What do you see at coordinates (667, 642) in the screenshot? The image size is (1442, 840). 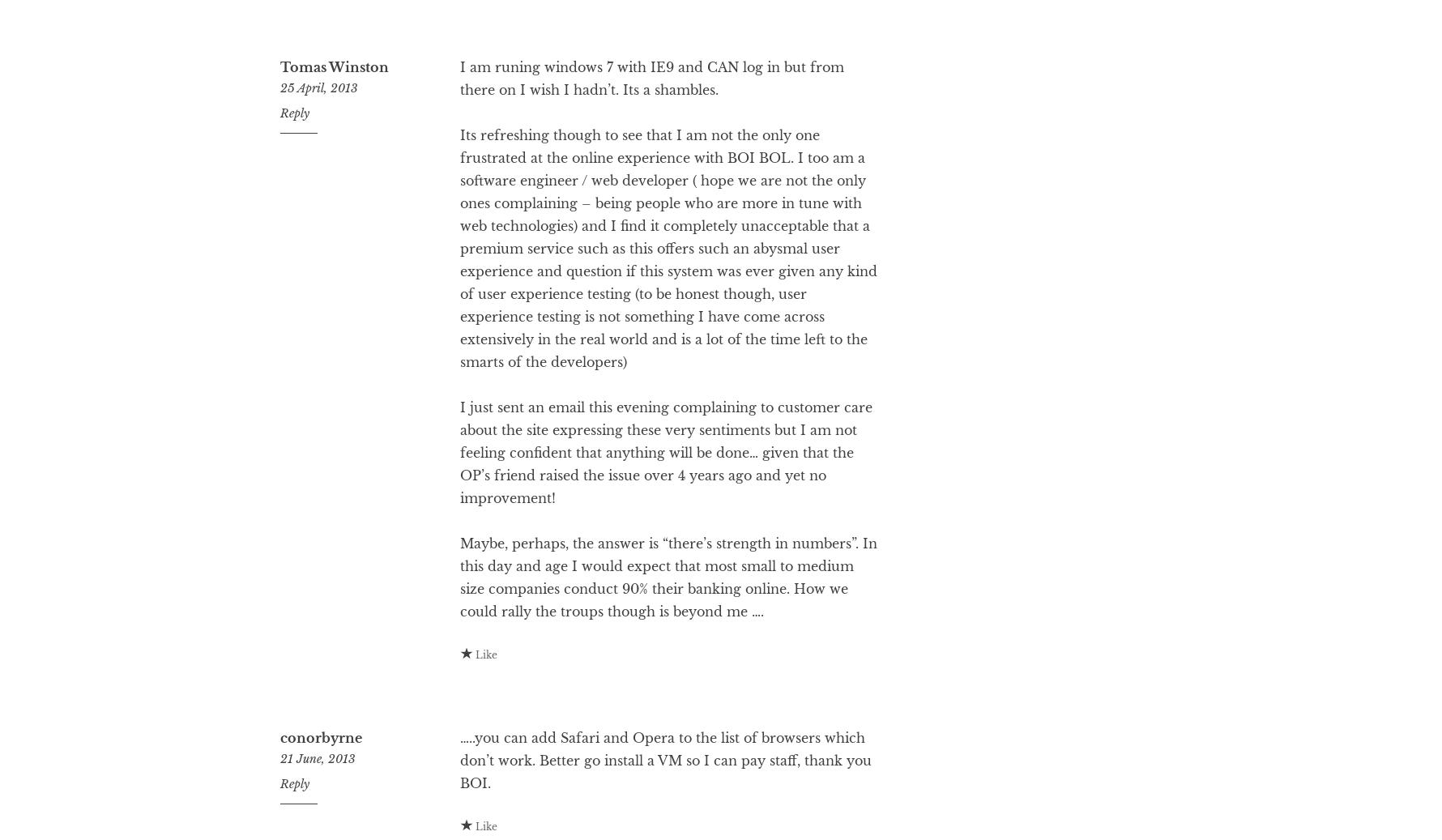 I see `'Maybe, perhaps, the answer is “there’s strength in numbers”. In this day and age I would expect that most small to medium size companies conduct 90% their banking online. How we could rally the troups though is beyond me ….'` at bounding box center [667, 642].